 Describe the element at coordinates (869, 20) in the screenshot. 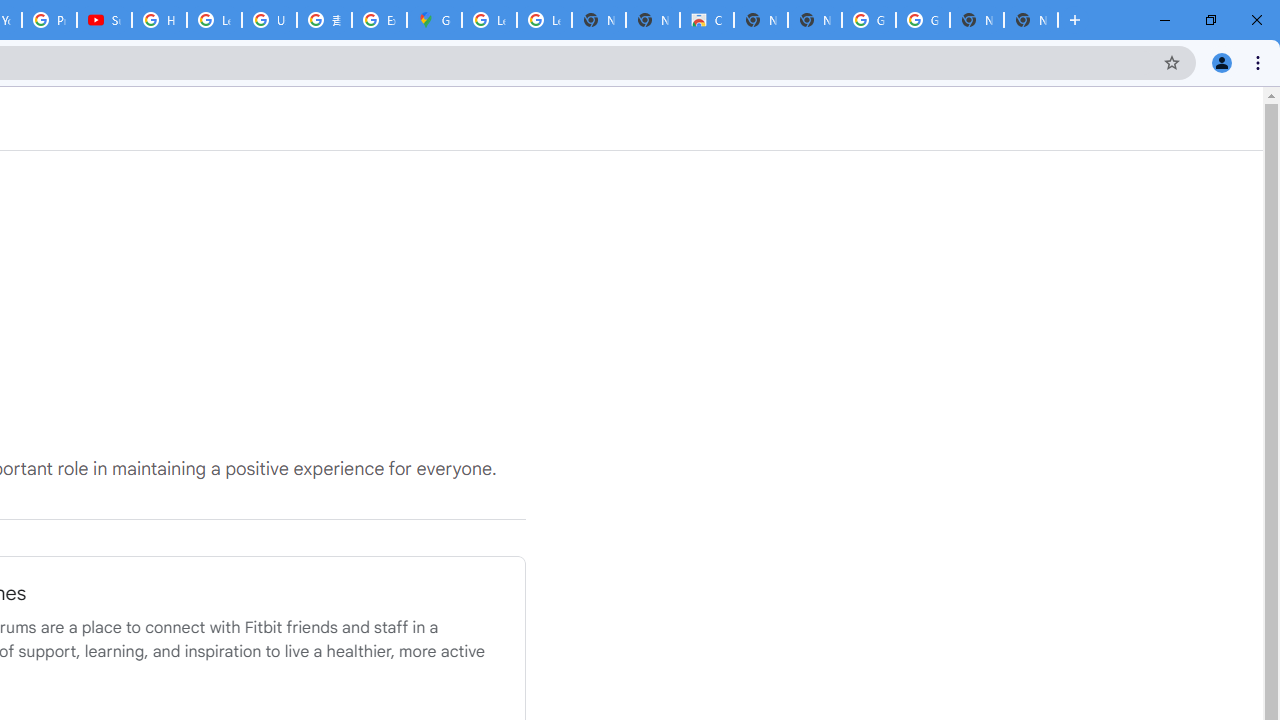

I see `'Google Images'` at that location.